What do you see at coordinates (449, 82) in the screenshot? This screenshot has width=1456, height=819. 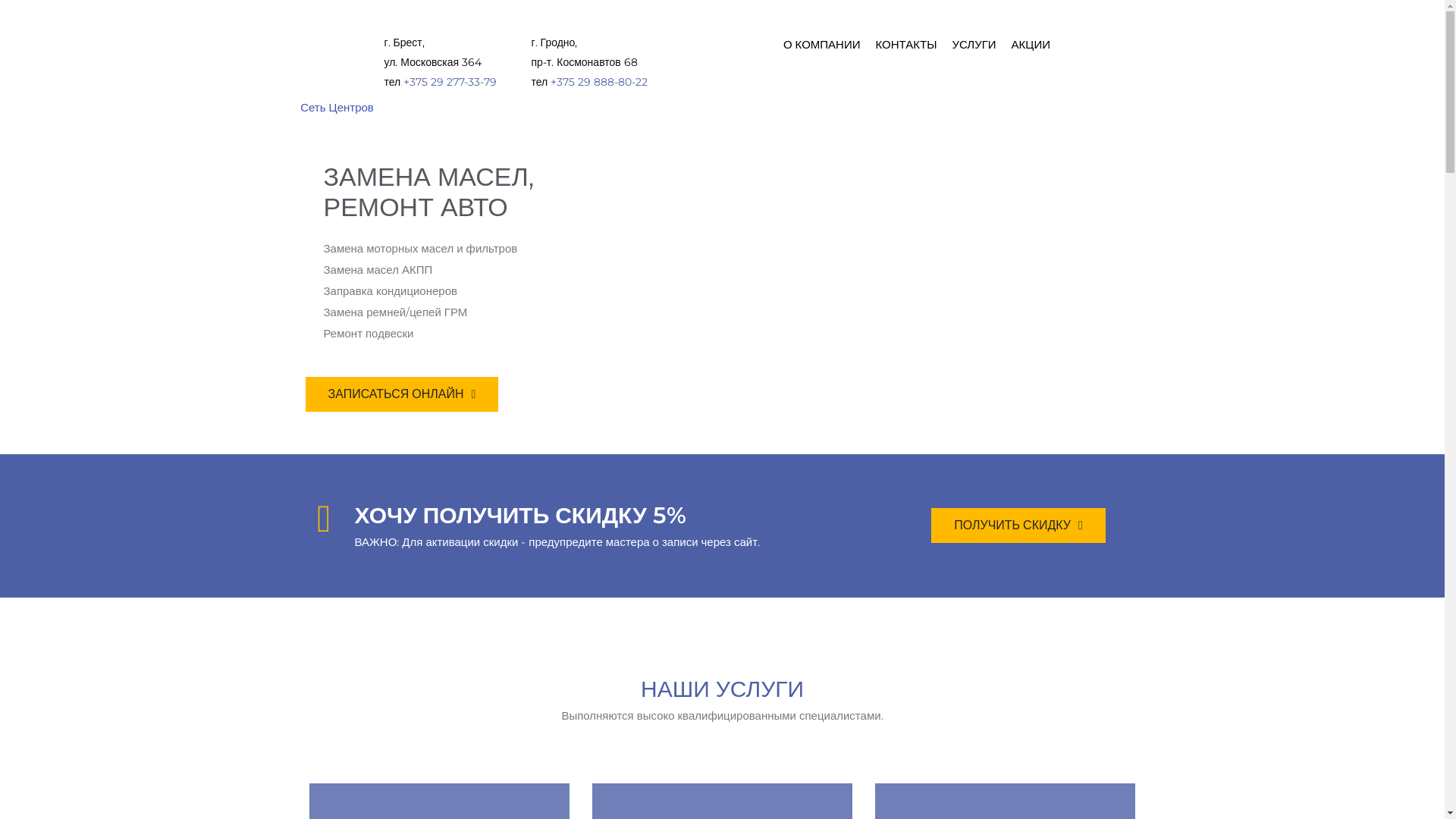 I see `'+375 29 277-33-79'` at bounding box center [449, 82].